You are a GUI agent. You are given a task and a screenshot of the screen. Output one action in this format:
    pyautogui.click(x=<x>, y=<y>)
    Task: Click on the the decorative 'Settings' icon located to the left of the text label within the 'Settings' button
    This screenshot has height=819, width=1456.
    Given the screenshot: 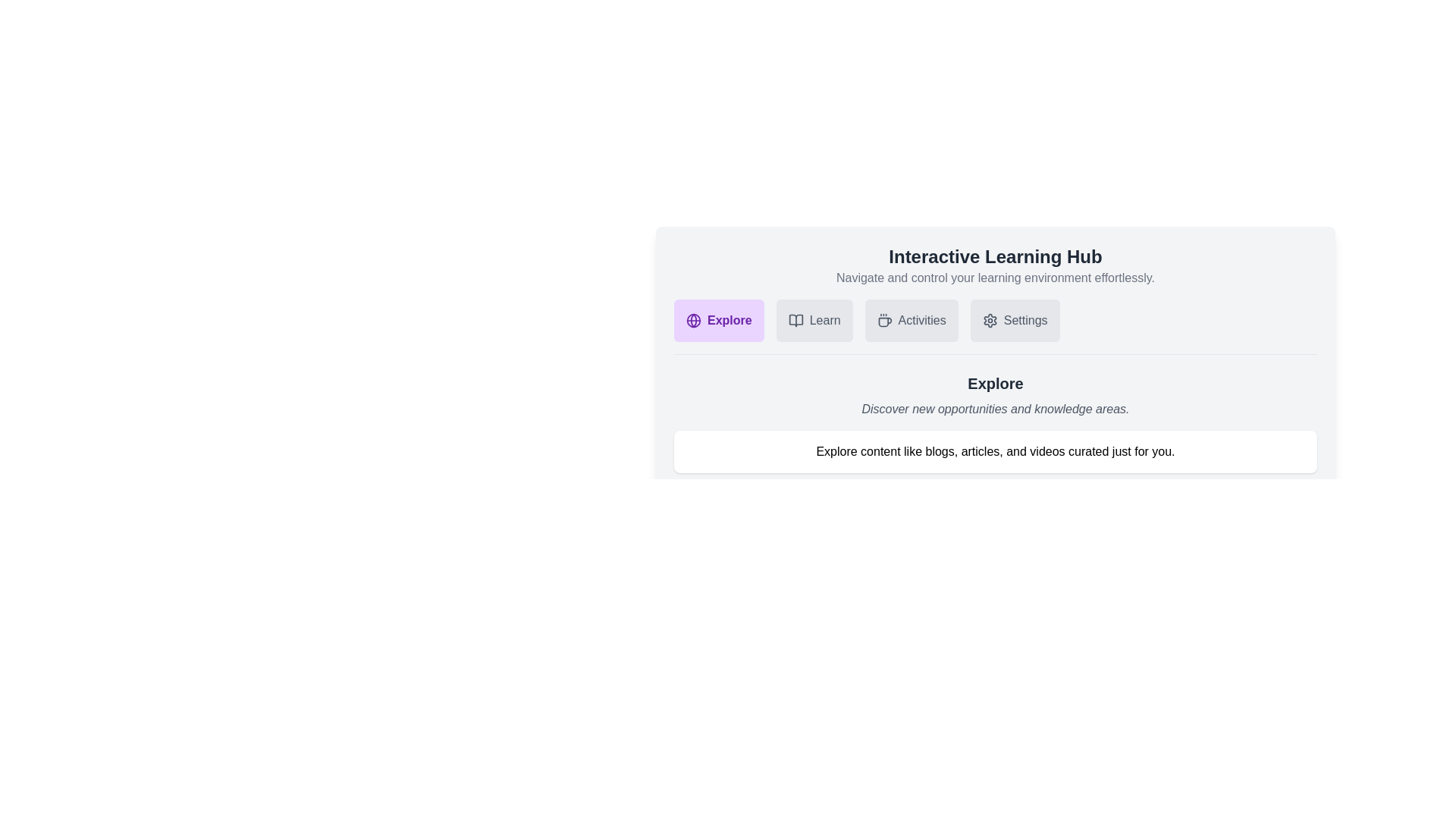 What is the action you would take?
    pyautogui.click(x=990, y=320)
    